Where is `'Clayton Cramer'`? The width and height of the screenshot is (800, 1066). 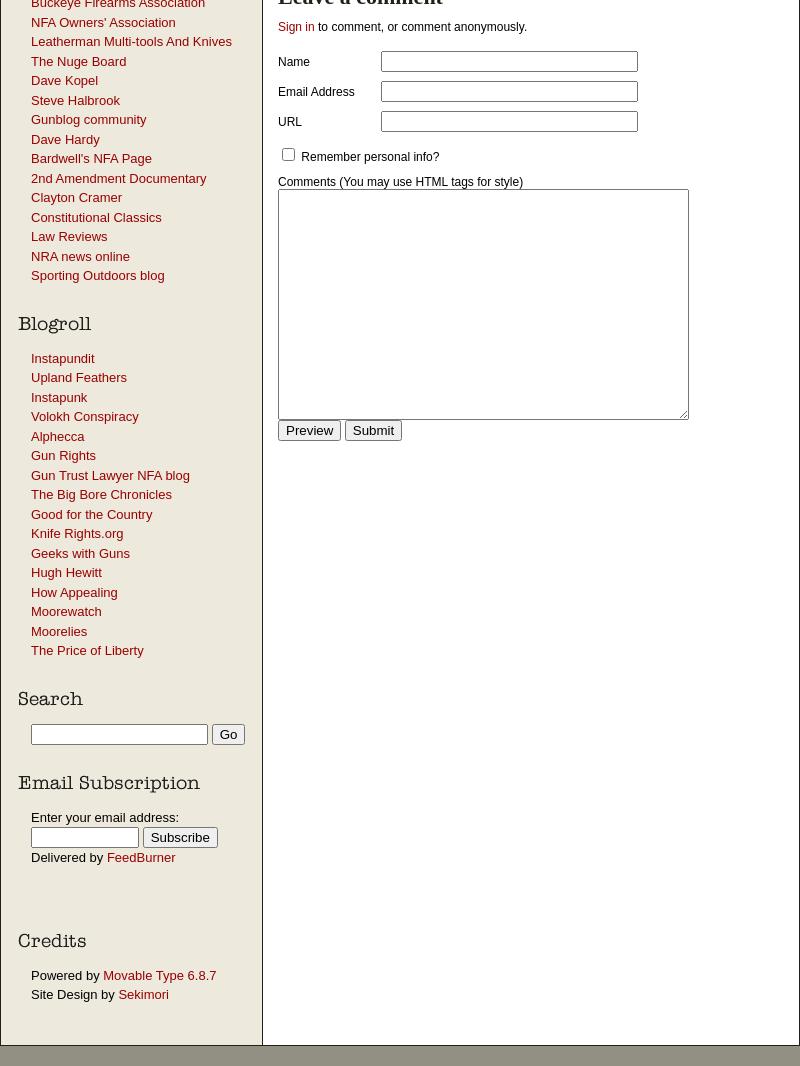 'Clayton Cramer' is located at coordinates (76, 196).